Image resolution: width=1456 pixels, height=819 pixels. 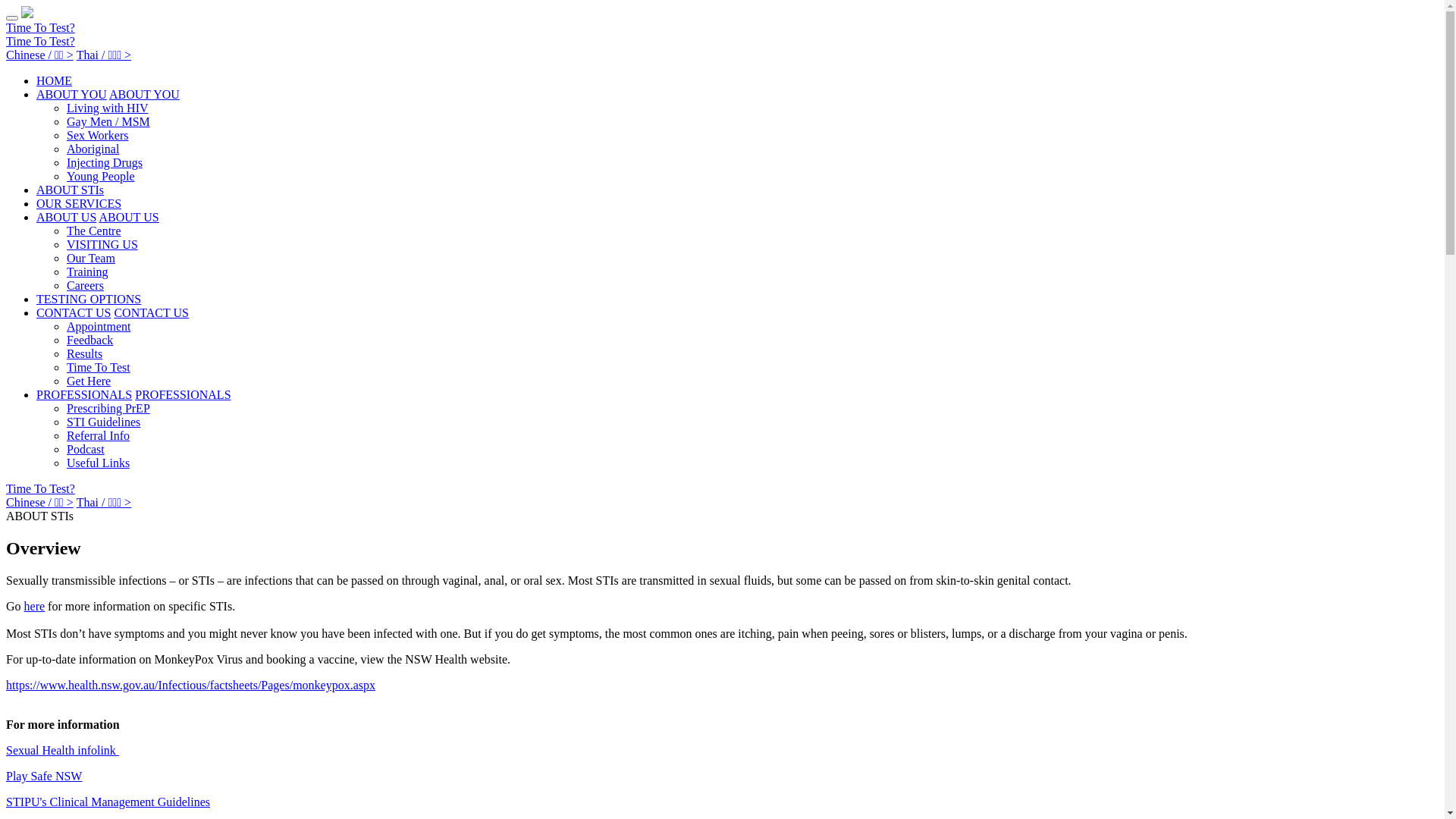 What do you see at coordinates (100, 175) in the screenshot?
I see `'Young People'` at bounding box center [100, 175].